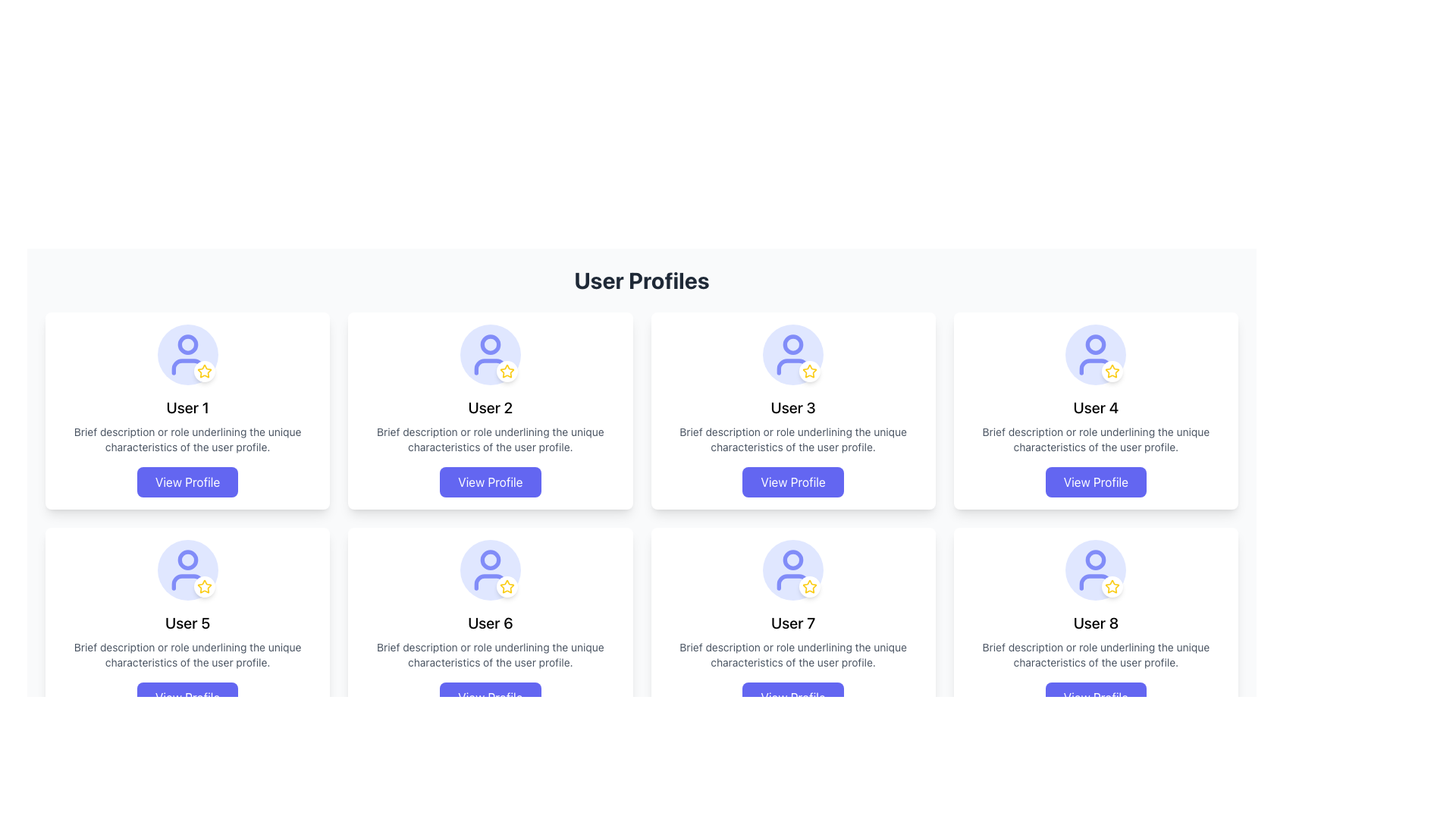  What do you see at coordinates (809, 371) in the screenshot?
I see `the Status badge indicating the special attribute of the user represented by 'User 3', located in the circular user icon at the bottom-right edge of the icon` at bounding box center [809, 371].